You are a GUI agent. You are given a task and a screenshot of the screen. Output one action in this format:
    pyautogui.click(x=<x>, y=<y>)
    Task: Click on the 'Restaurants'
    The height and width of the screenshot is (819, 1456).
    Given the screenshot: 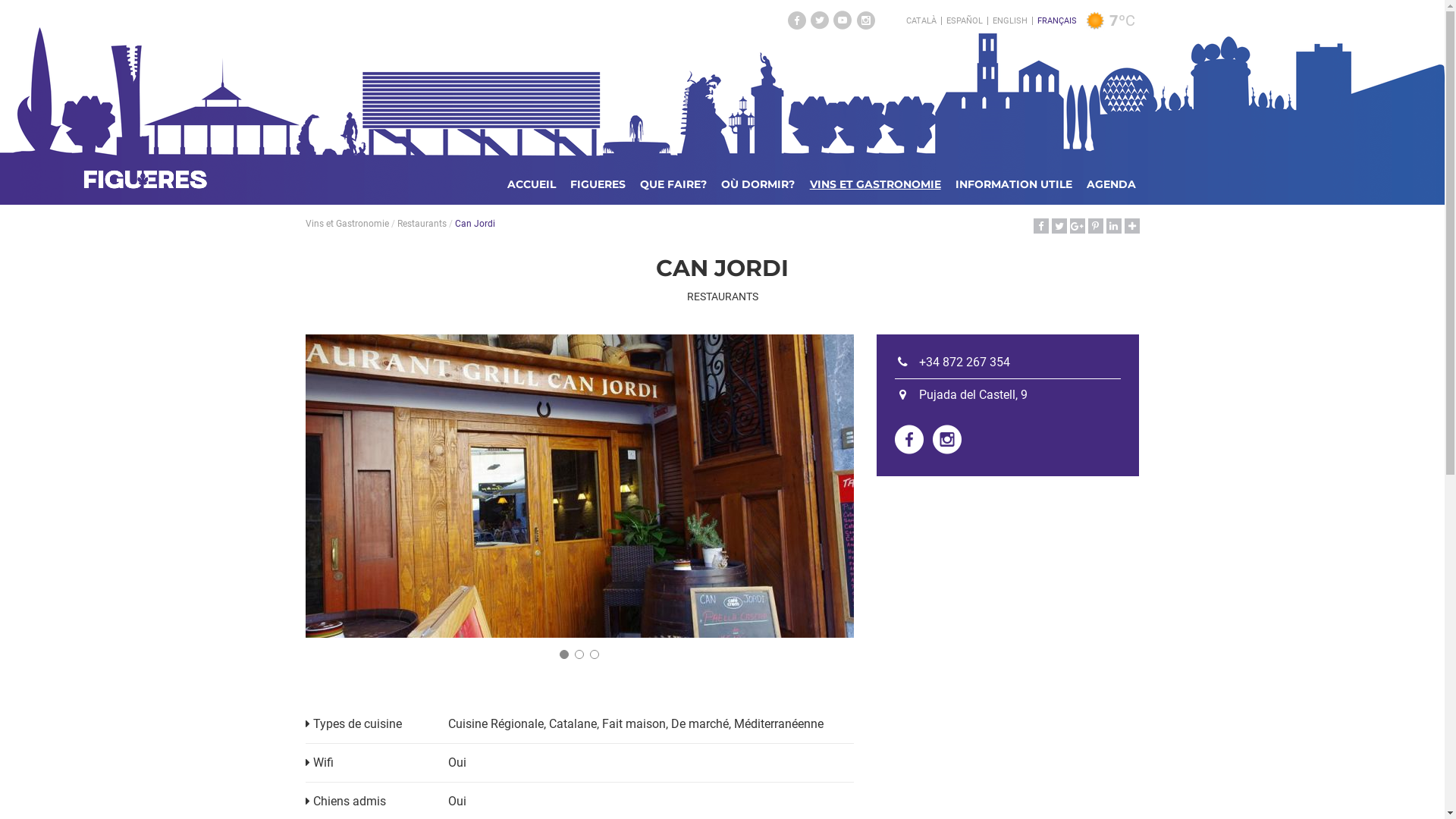 What is the action you would take?
    pyautogui.click(x=397, y=223)
    